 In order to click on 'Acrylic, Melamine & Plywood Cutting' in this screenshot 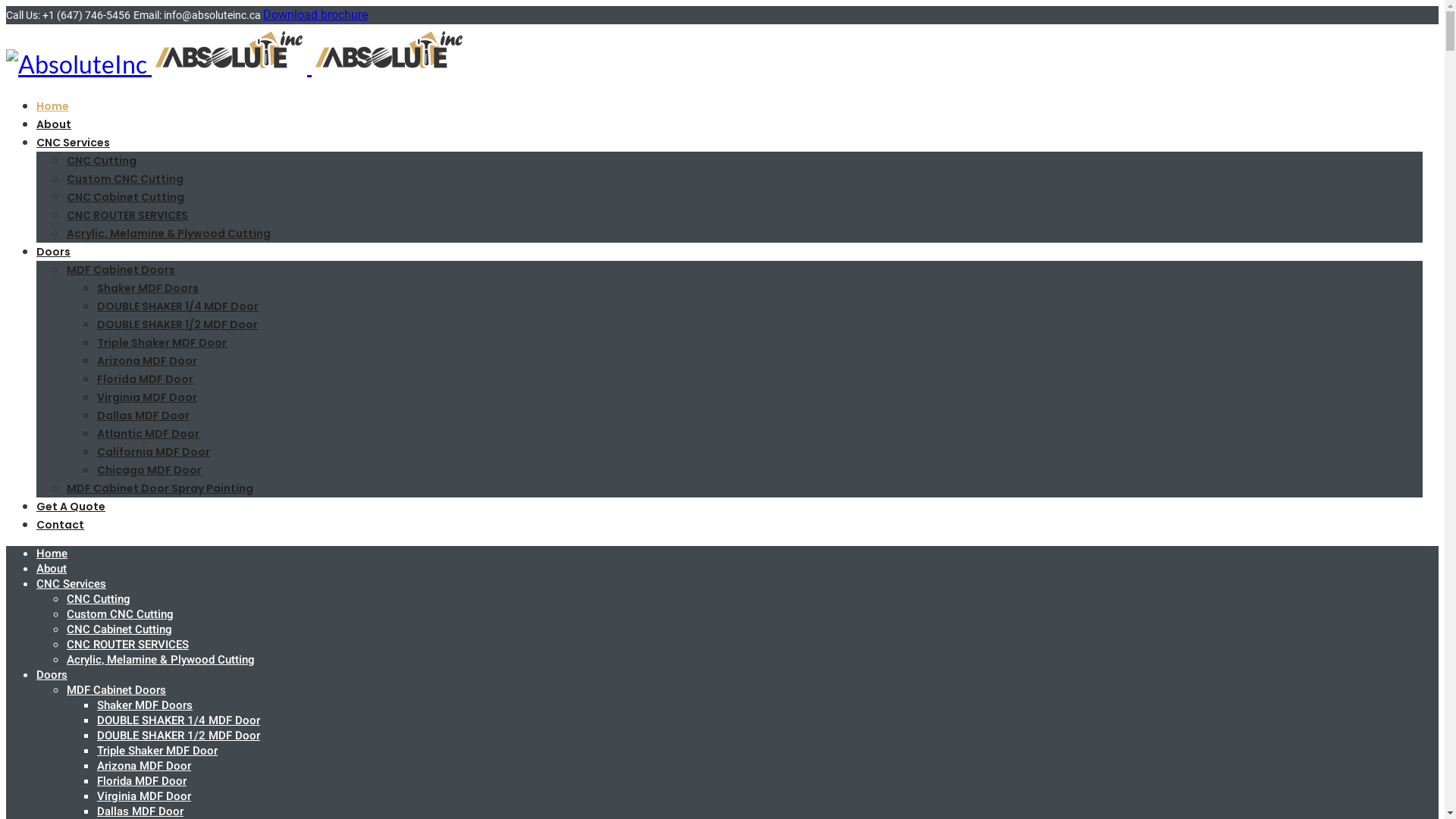, I will do `click(168, 234)`.